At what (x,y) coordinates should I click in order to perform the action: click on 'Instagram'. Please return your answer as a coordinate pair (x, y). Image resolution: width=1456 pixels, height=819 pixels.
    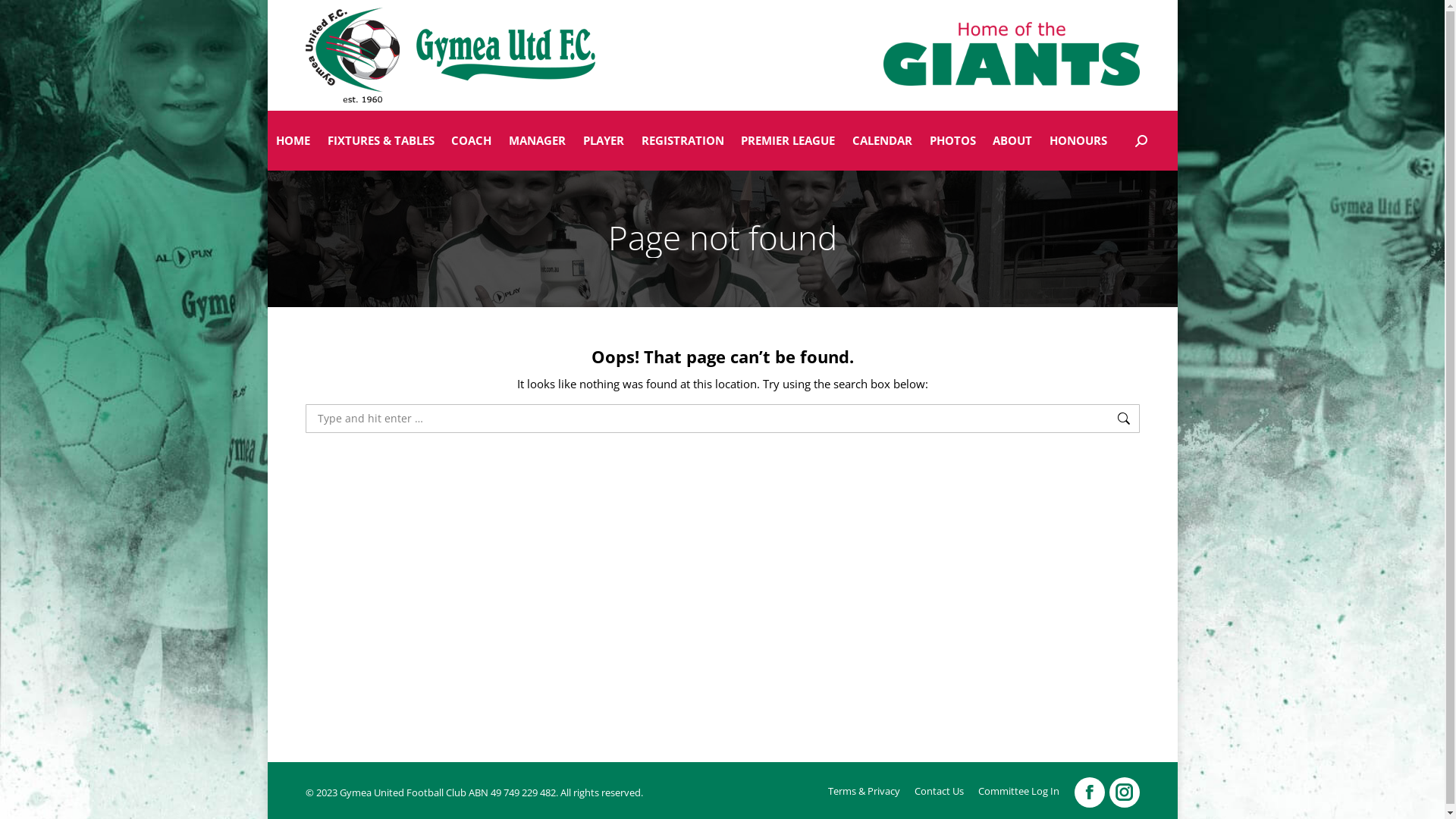
    Looking at the image, I should click on (1124, 792).